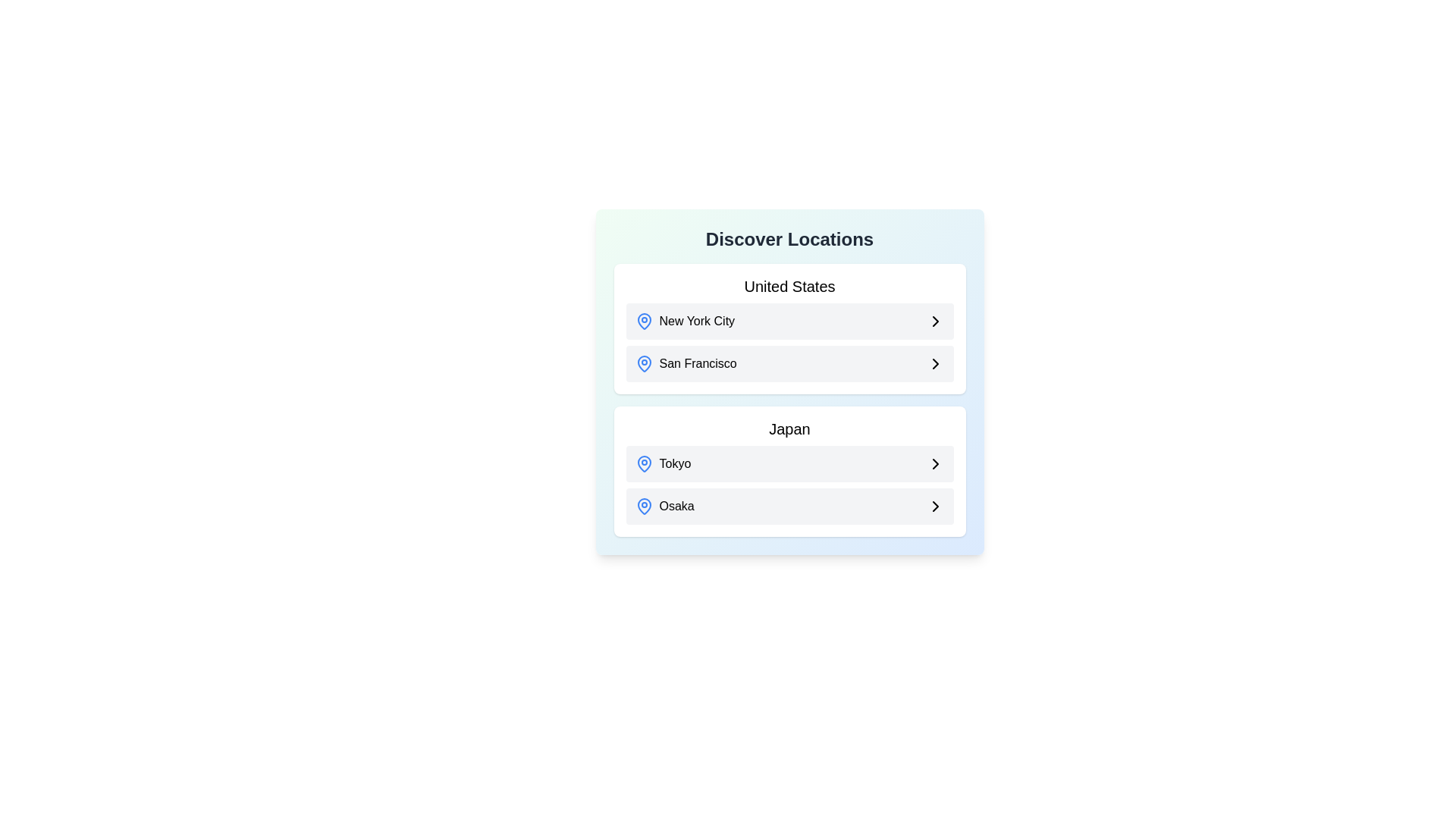  What do you see at coordinates (663, 463) in the screenshot?
I see `the location labeled 'Tokyo', which is a textual label adjacent to a blue map pin icon` at bounding box center [663, 463].